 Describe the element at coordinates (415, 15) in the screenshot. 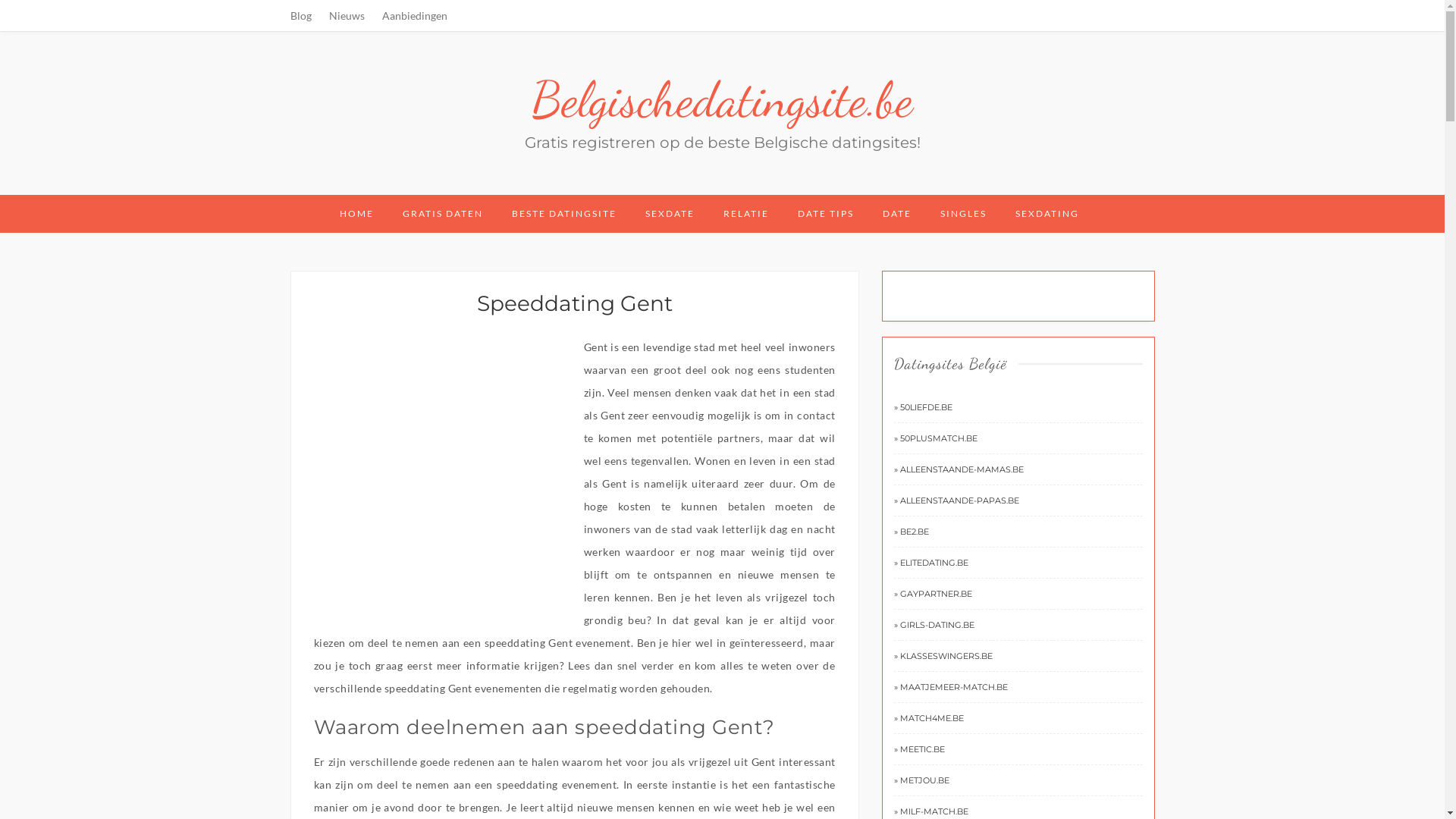

I see `'Aanbiedingen'` at that location.